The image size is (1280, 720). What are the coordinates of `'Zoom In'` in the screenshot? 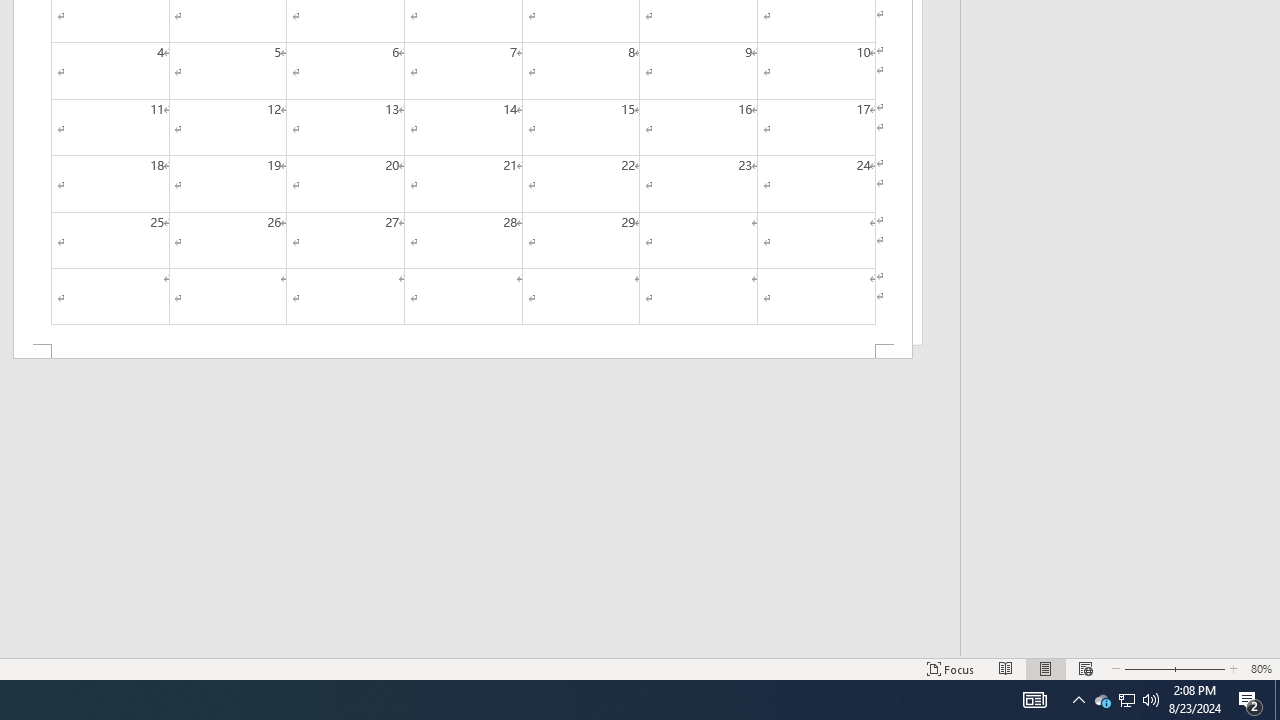 It's located at (1196, 669).